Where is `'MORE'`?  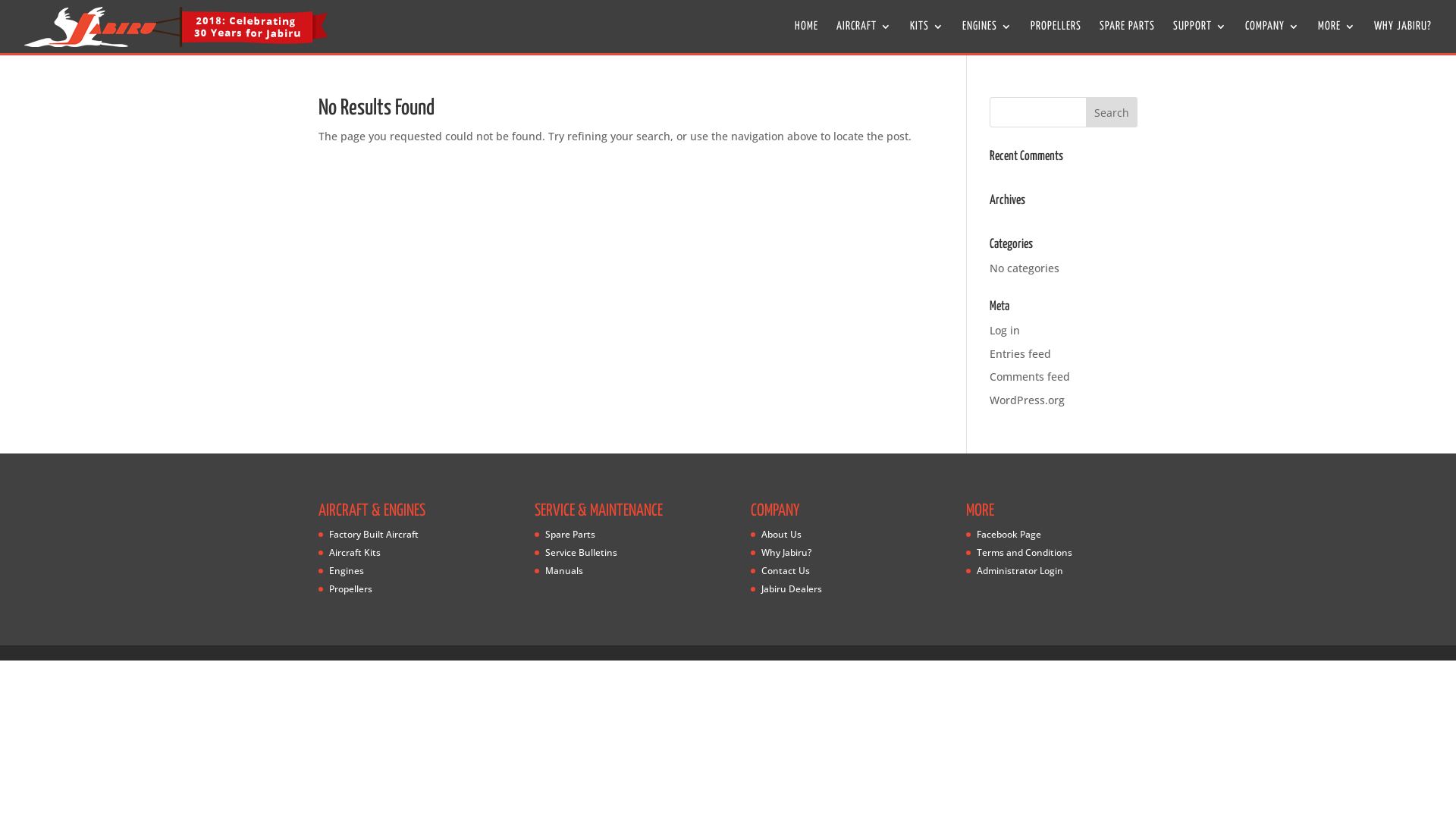 'MORE' is located at coordinates (1336, 36).